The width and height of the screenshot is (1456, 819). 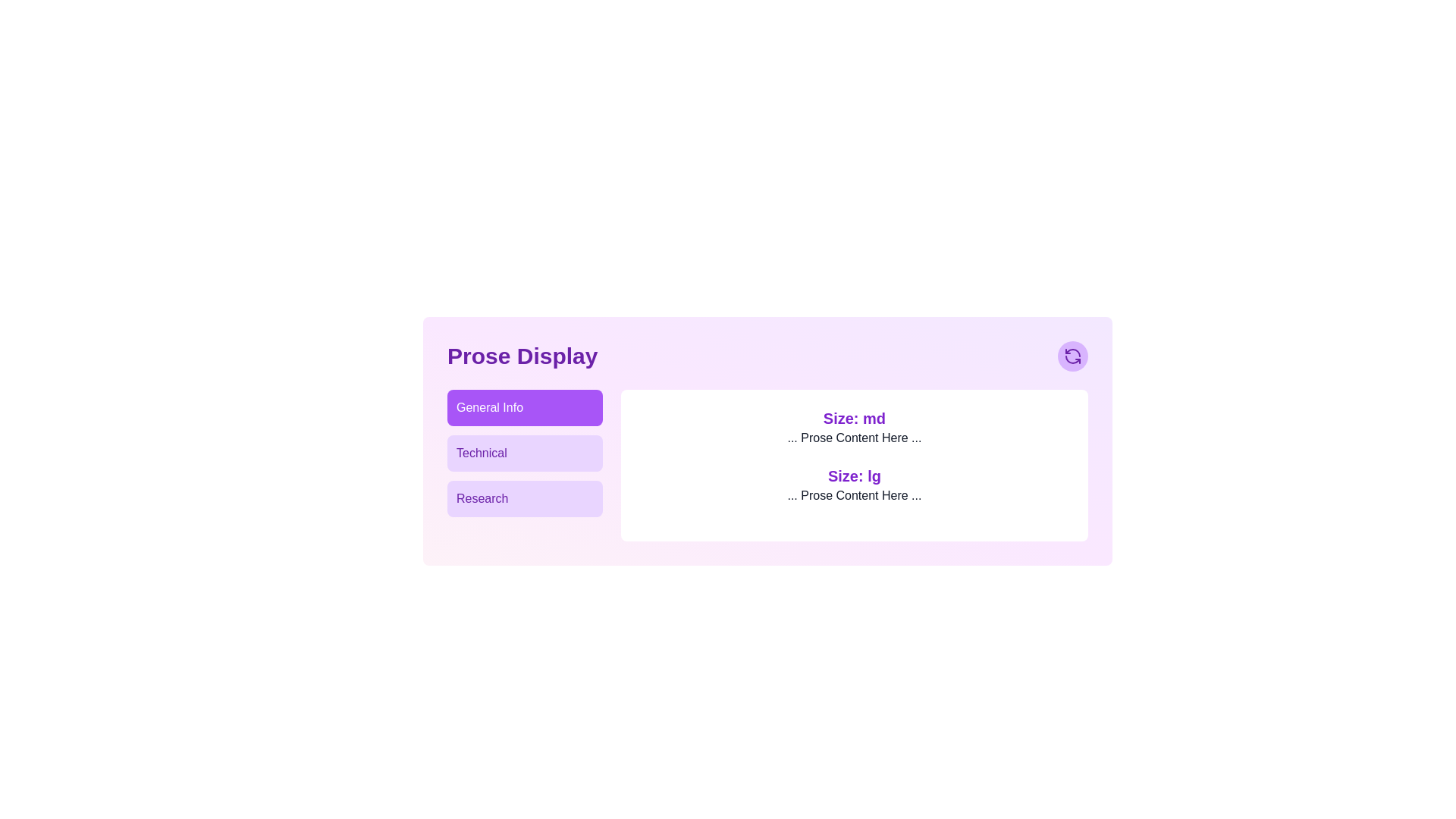 I want to click on the 'Prose Display' text label, which serves as a section title and is positioned to the left of a refresh icon button, so click(x=522, y=356).